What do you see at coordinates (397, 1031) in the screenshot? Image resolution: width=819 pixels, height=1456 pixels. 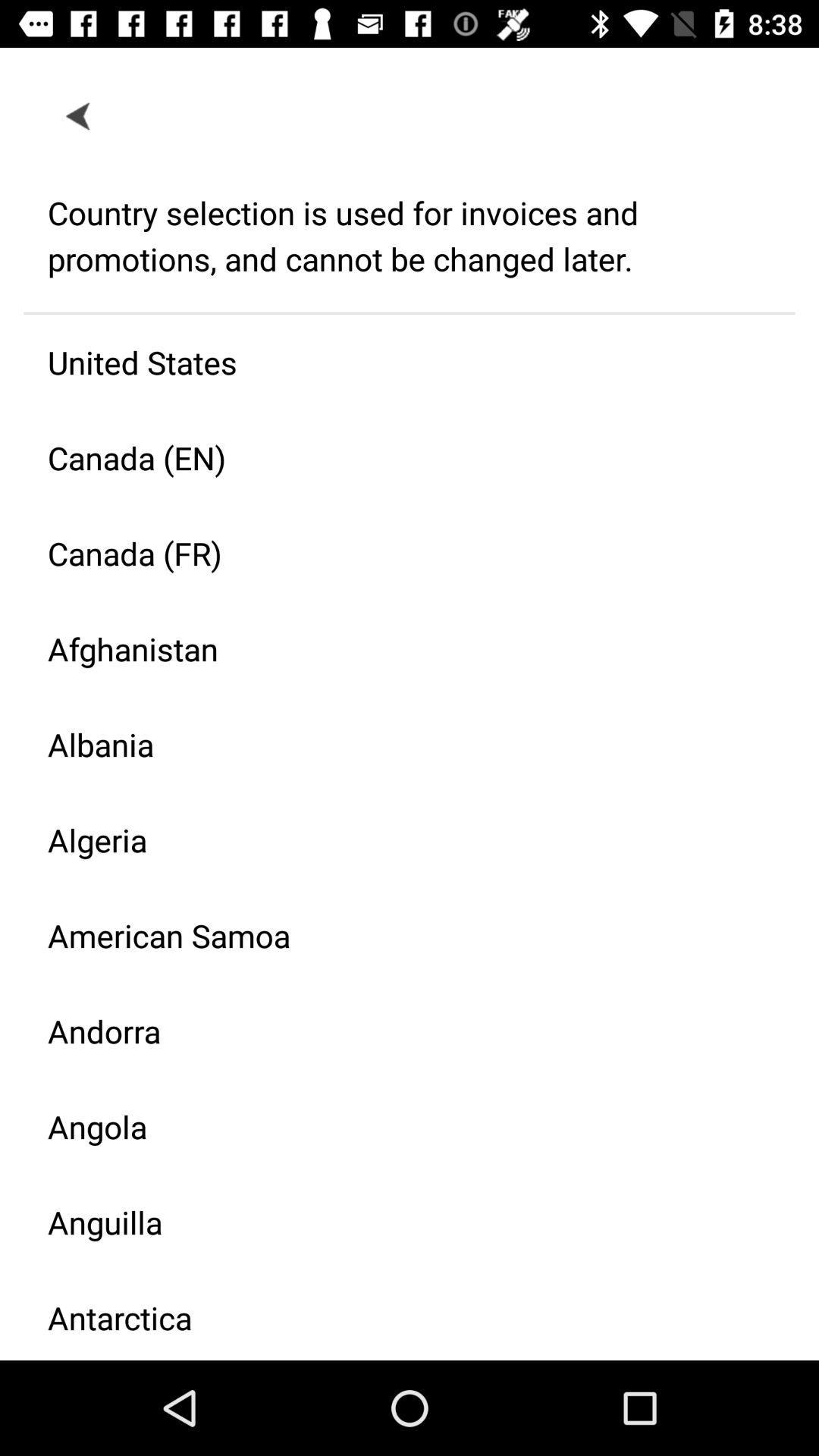 I see `the andorra icon` at bounding box center [397, 1031].